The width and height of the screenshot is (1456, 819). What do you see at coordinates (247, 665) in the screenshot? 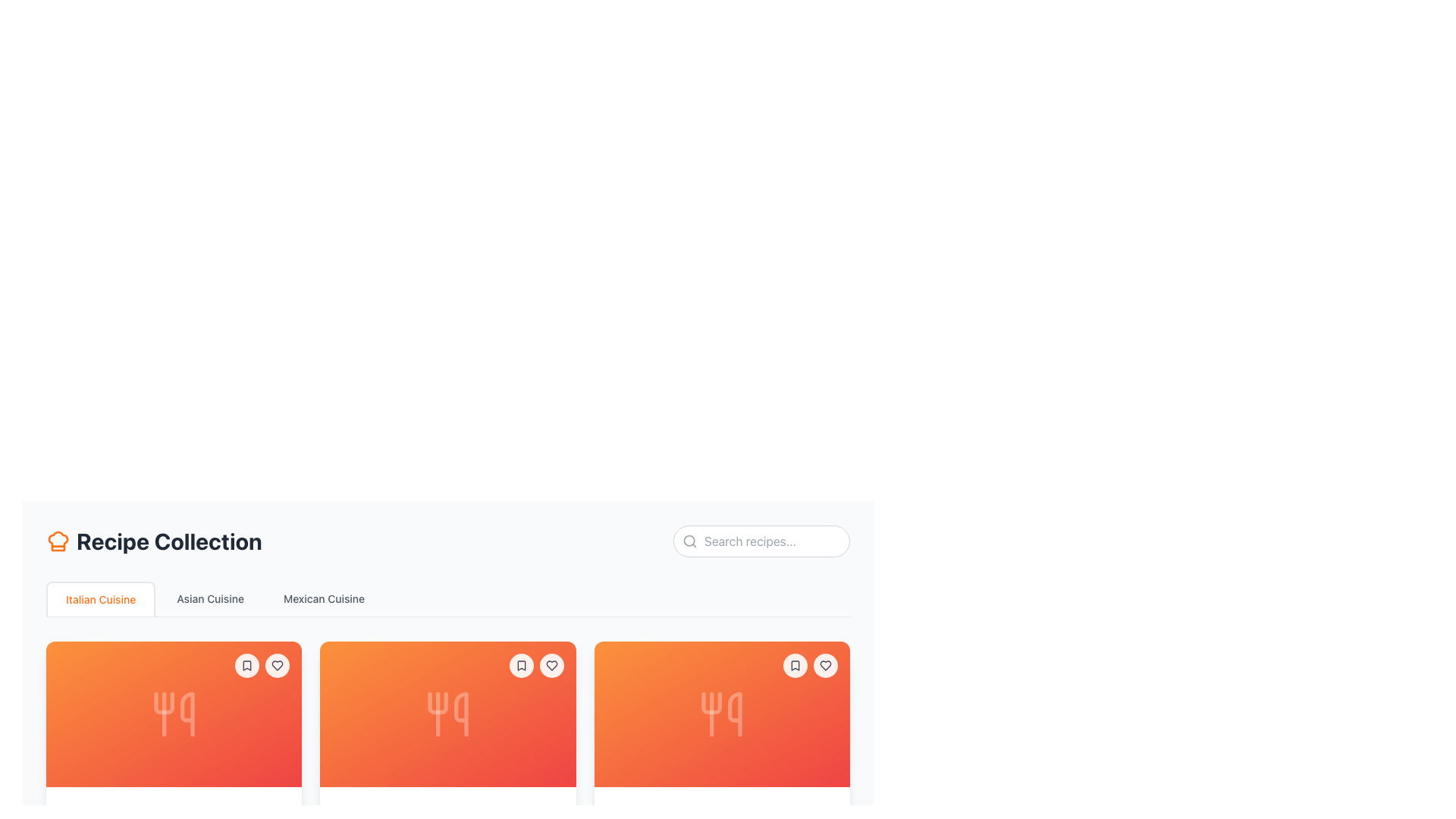
I see `the bookmark icon button, which is a black outline of a bookmark within a circular button with a white background, located near the top right corner of the second recipe card` at bounding box center [247, 665].